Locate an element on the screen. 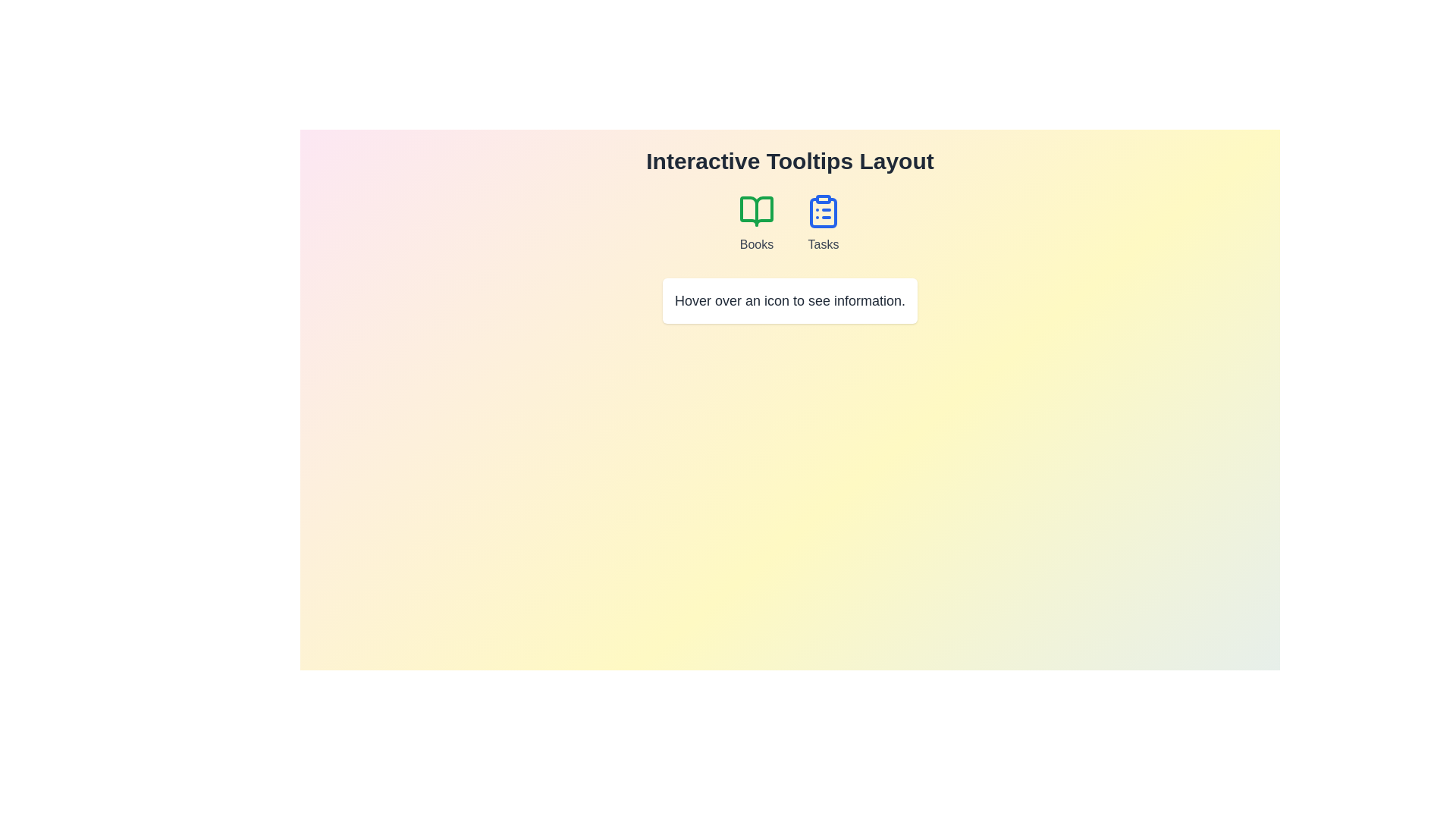 This screenshot has height=819, width=1456. the small rounded rectangle element, styled with no fill, located at the top portion of the clipboard icon in the interface is located at coordinates (822, 198).